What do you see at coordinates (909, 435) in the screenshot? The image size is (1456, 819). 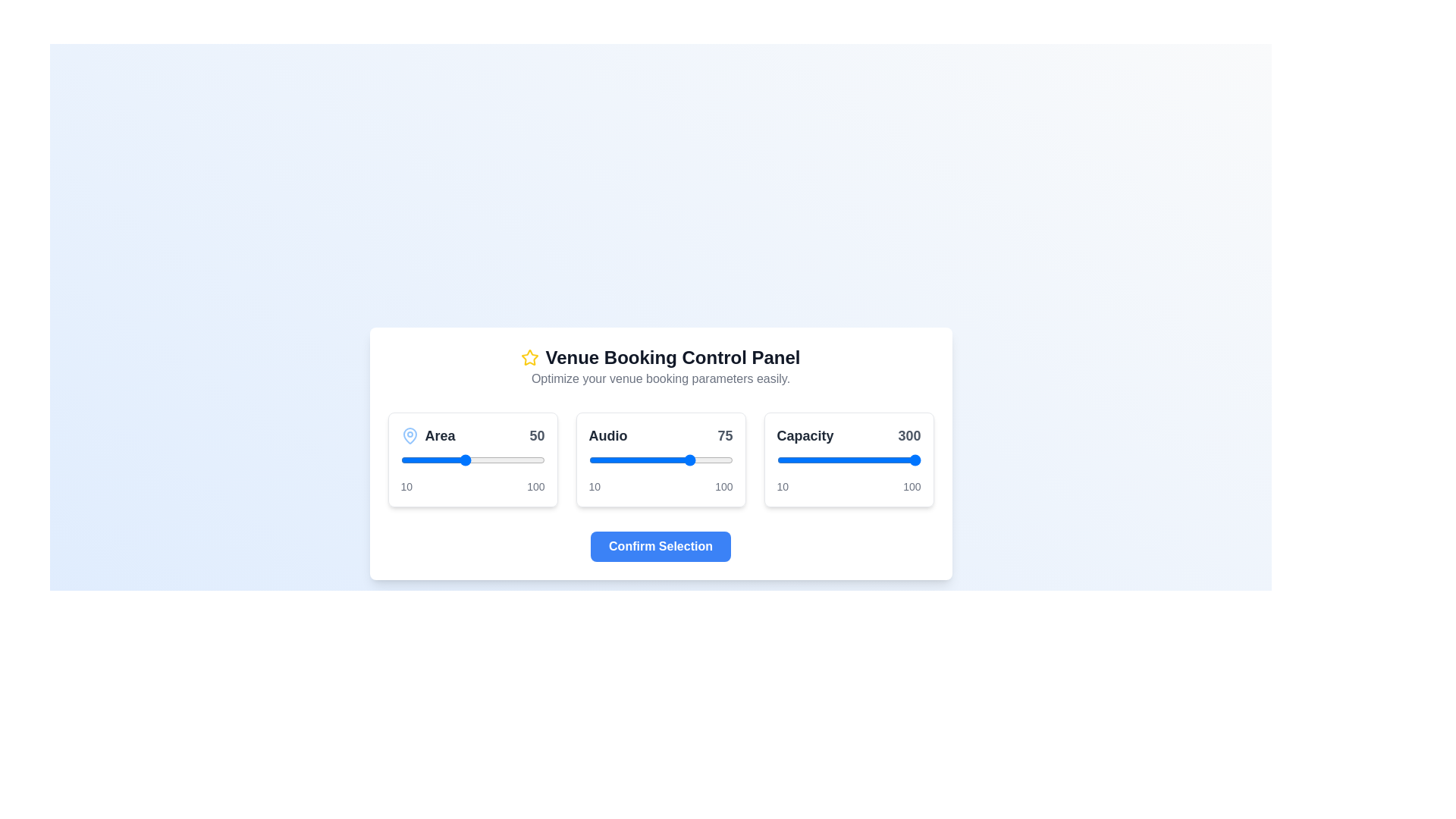 I see `the display-only text label showing the current value (300) of the 'Capacity' slider control, located at the far-right side of the 'Capacity' section` at bounding box center [909, 435].